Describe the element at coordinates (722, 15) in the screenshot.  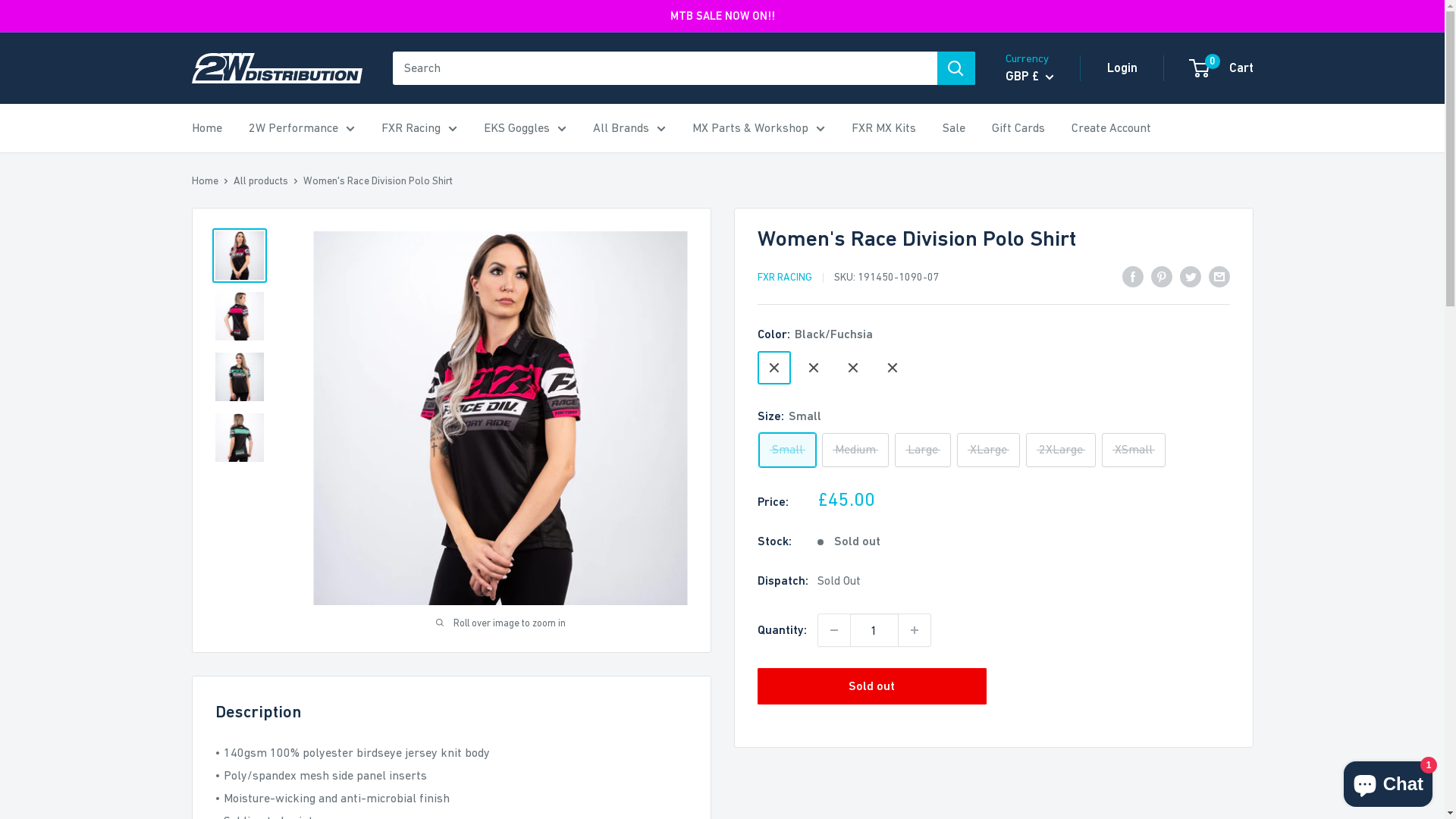
I see `'MTB SALE NOW ON!!'` at that location.